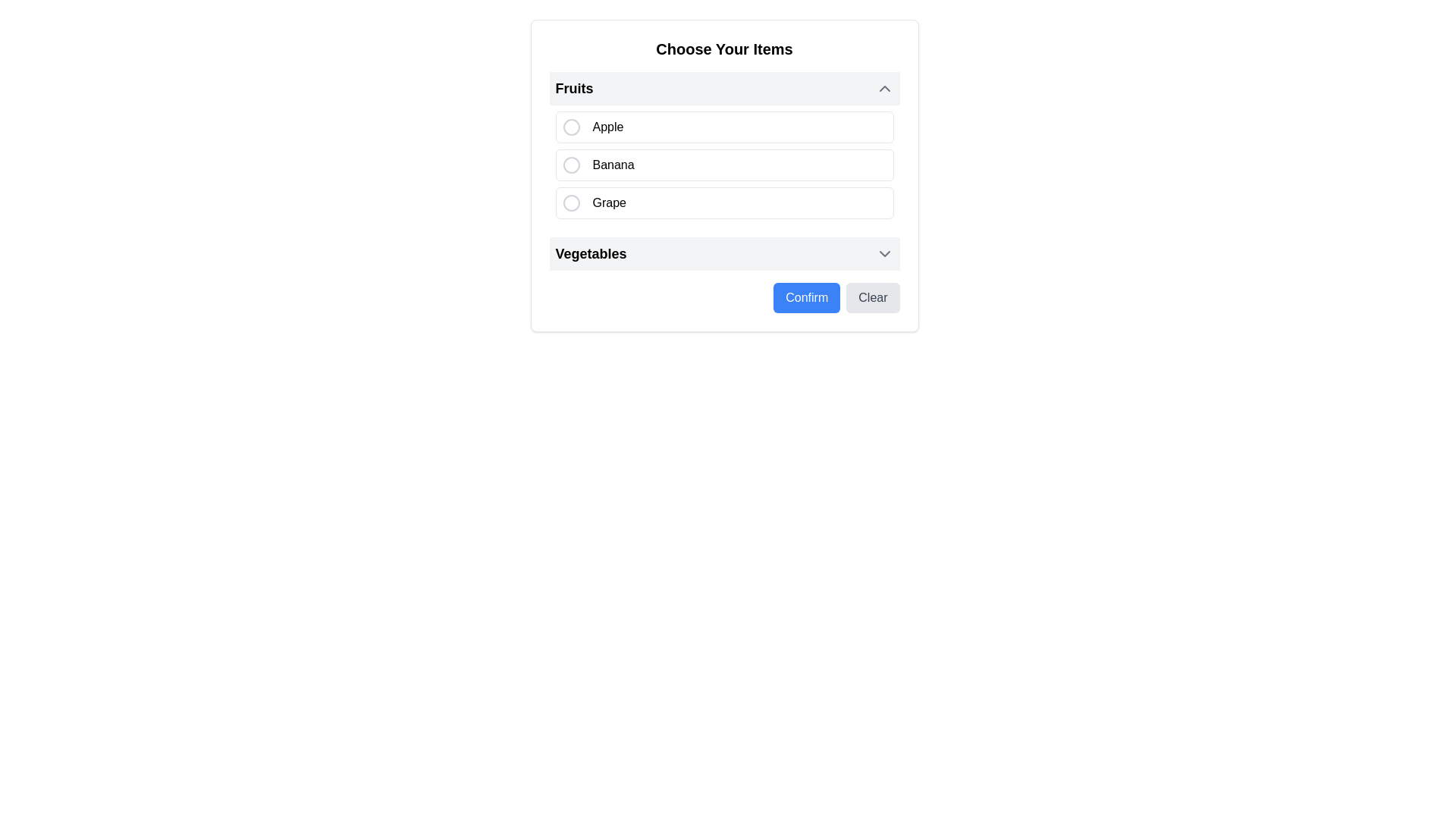 The image size is (1456, 819). Describe the element at coordinates (723, 165) in the screenshot. I see `the 'Banana' radio button within the 'Fruits' section of selectable radio buttons` at that location.